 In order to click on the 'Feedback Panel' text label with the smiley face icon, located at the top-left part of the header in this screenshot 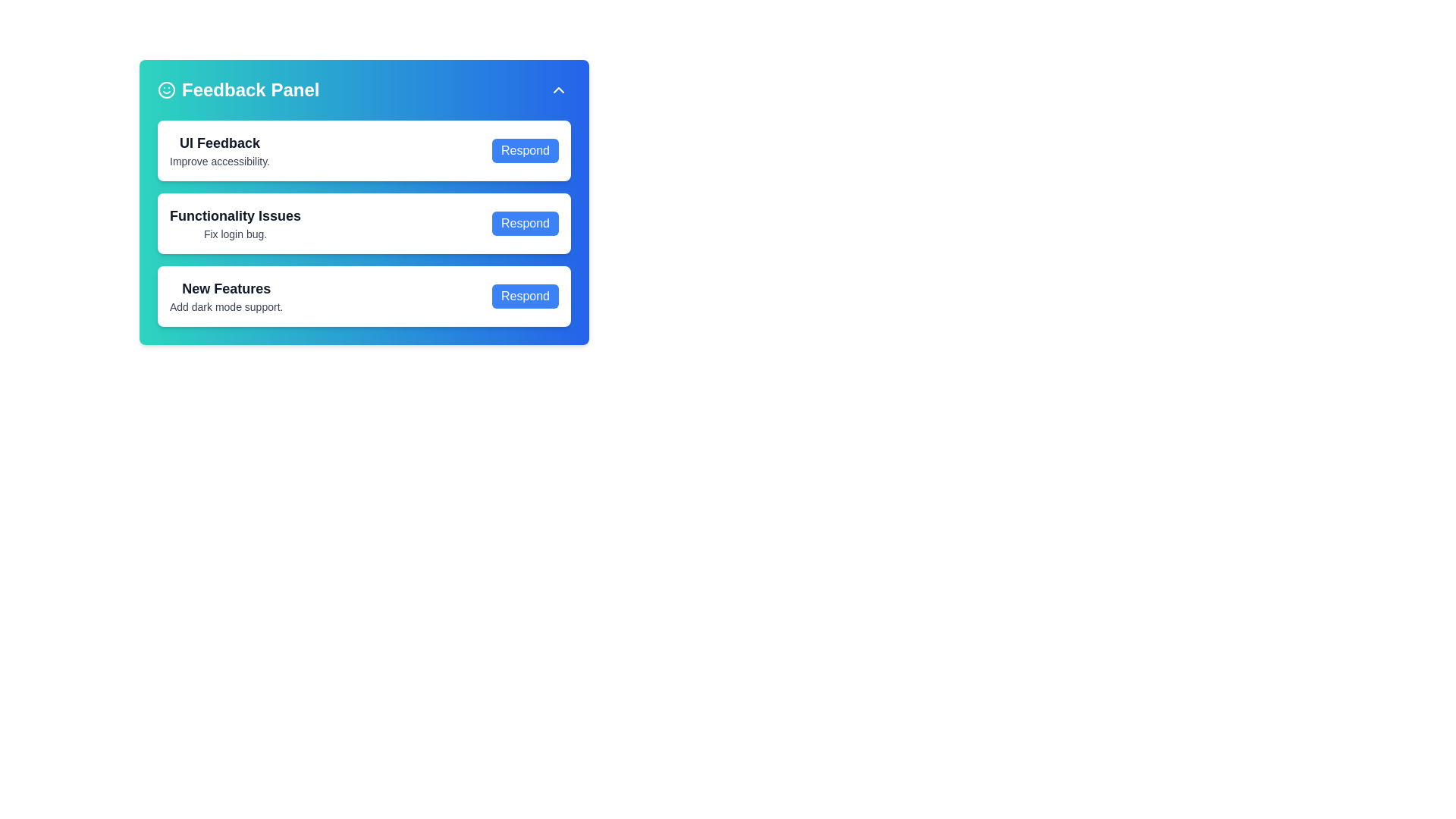, I will do `click(237, 90)`.